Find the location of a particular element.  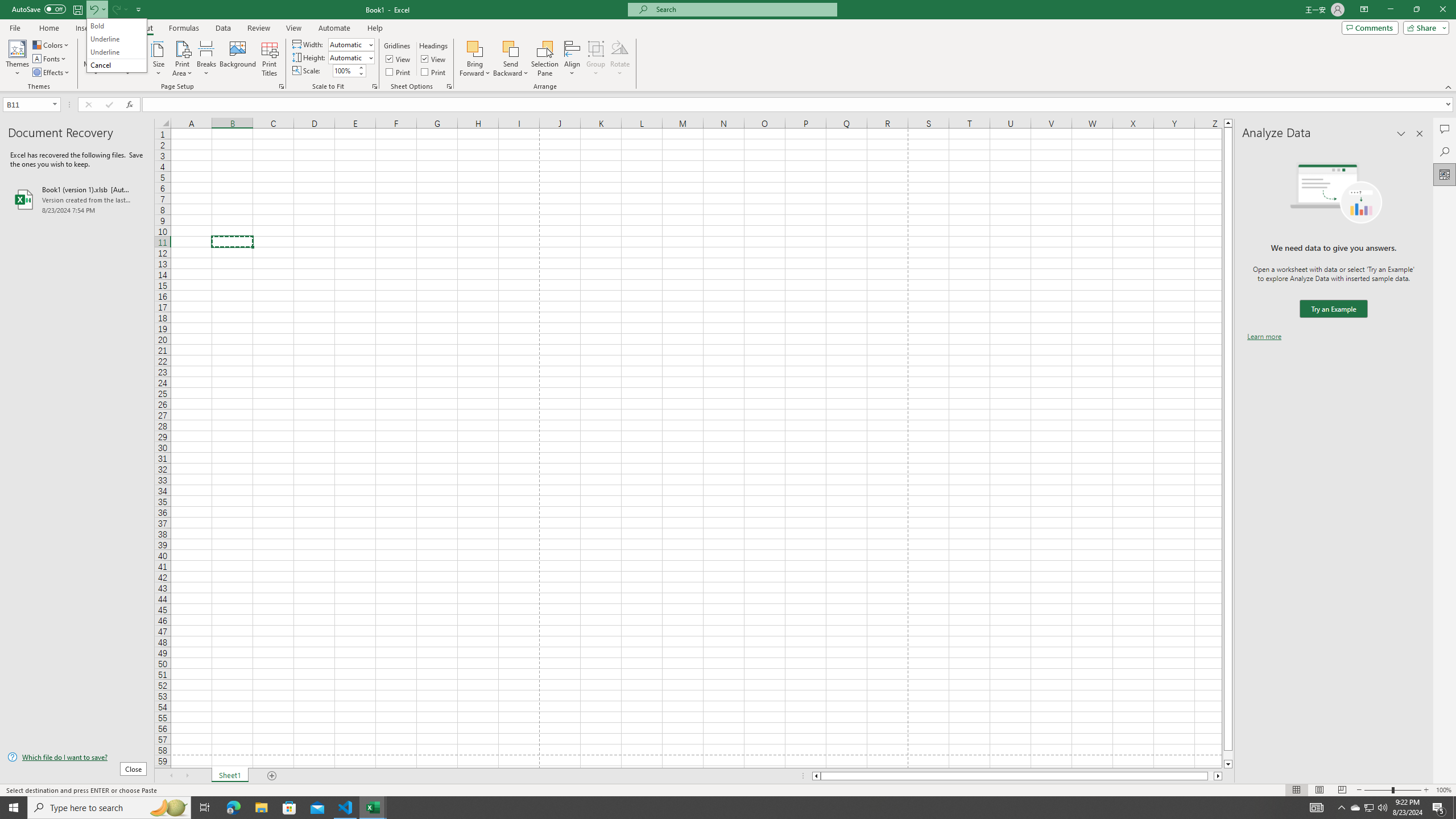

'Scale' is located at coordinates (345, 70).